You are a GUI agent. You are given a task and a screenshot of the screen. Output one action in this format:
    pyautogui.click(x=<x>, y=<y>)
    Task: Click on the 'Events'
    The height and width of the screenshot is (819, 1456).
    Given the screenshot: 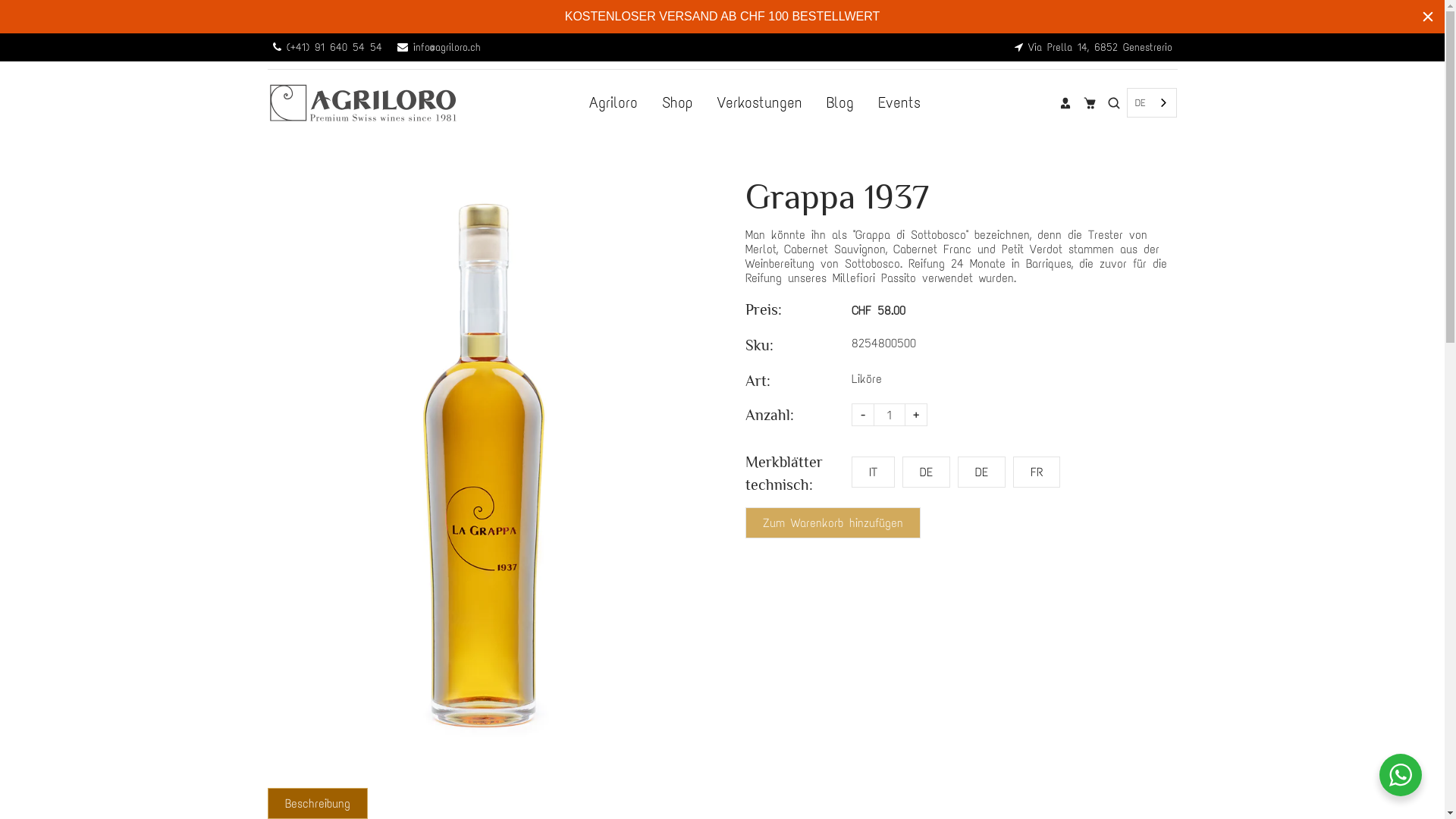 What is the action you would take?
    pyautogui.click(x=899, y=102)
    